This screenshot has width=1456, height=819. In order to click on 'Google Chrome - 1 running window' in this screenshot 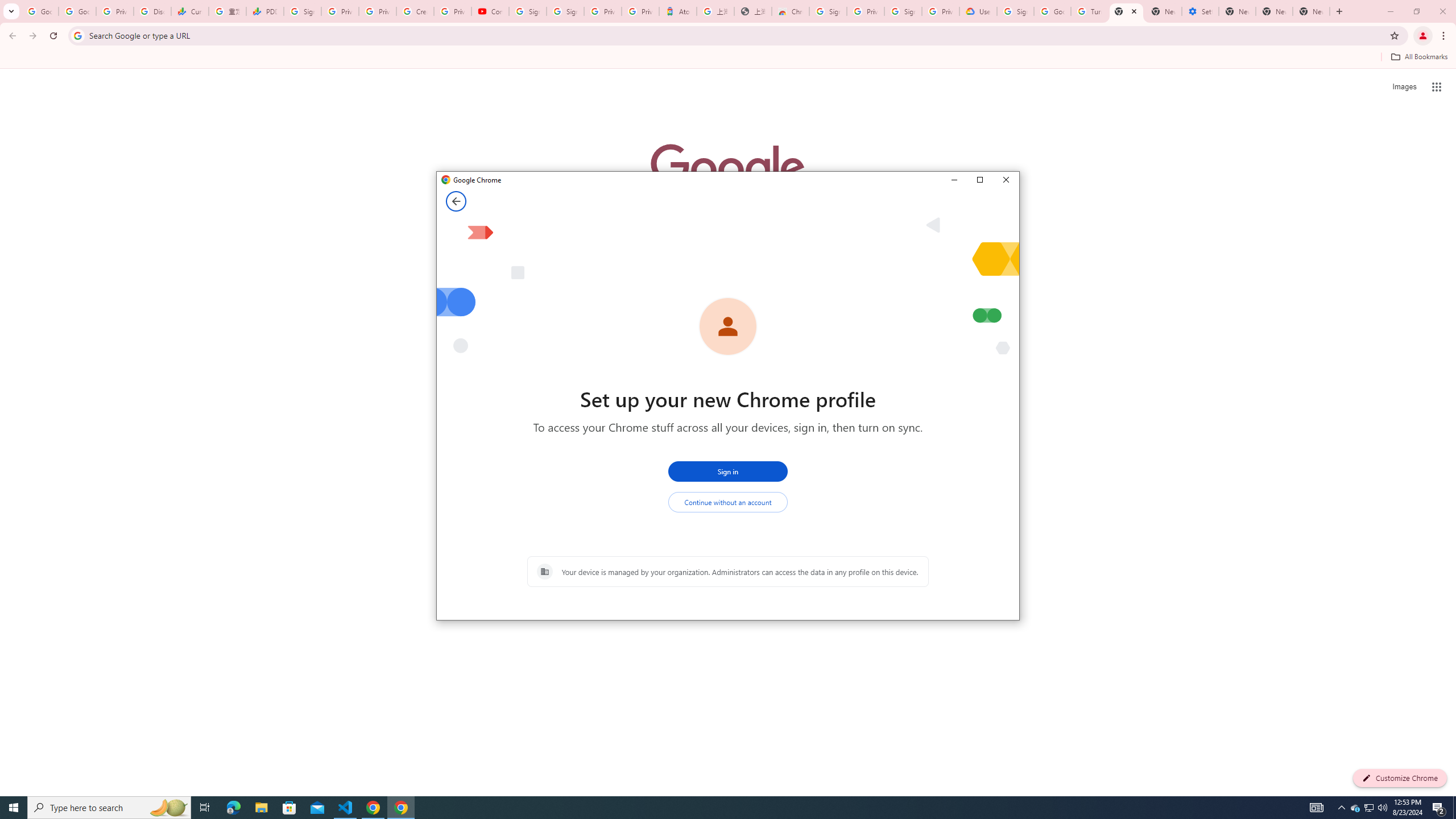, I will do `click(401, 806)`.